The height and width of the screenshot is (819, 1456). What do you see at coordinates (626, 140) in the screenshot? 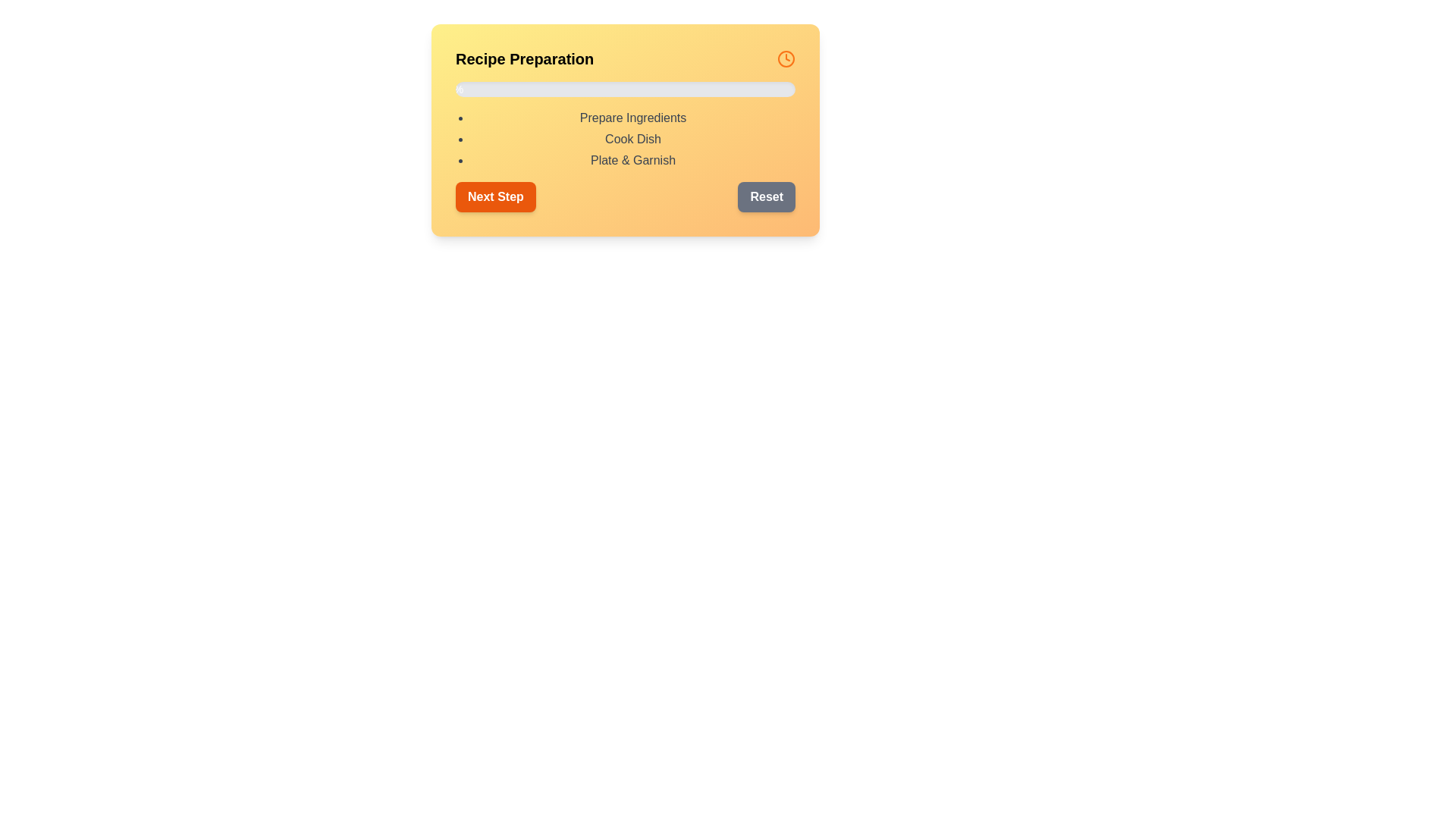
I see `instructions outlined in the bullet list that serves as a progress indicator for the recipe preparation process, located beneath the progress bar and above the 'Next Step' and 'Reset' buttons` at bounding box center [626, 140].